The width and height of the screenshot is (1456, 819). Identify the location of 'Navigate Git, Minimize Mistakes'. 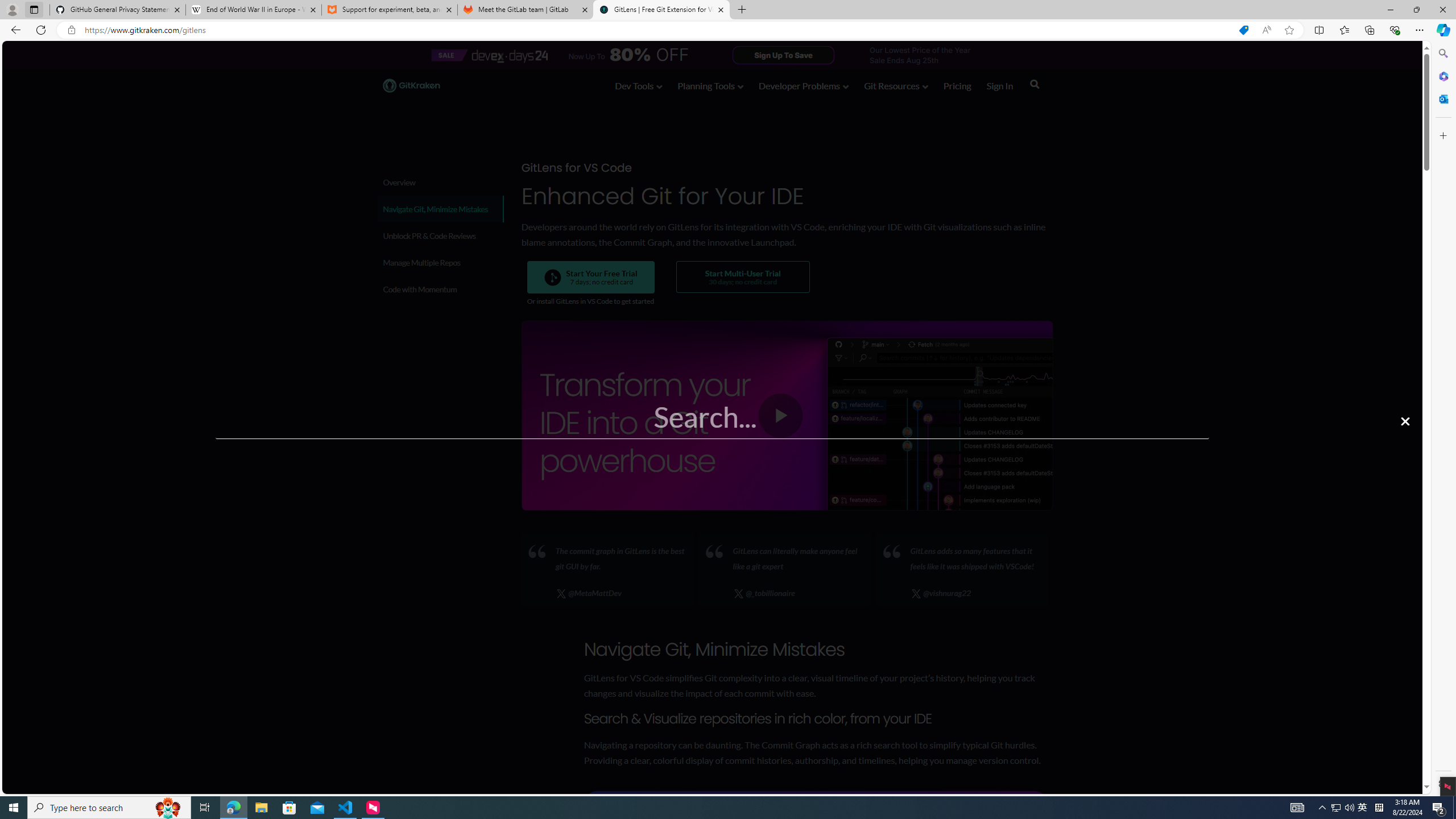
(440, 209).